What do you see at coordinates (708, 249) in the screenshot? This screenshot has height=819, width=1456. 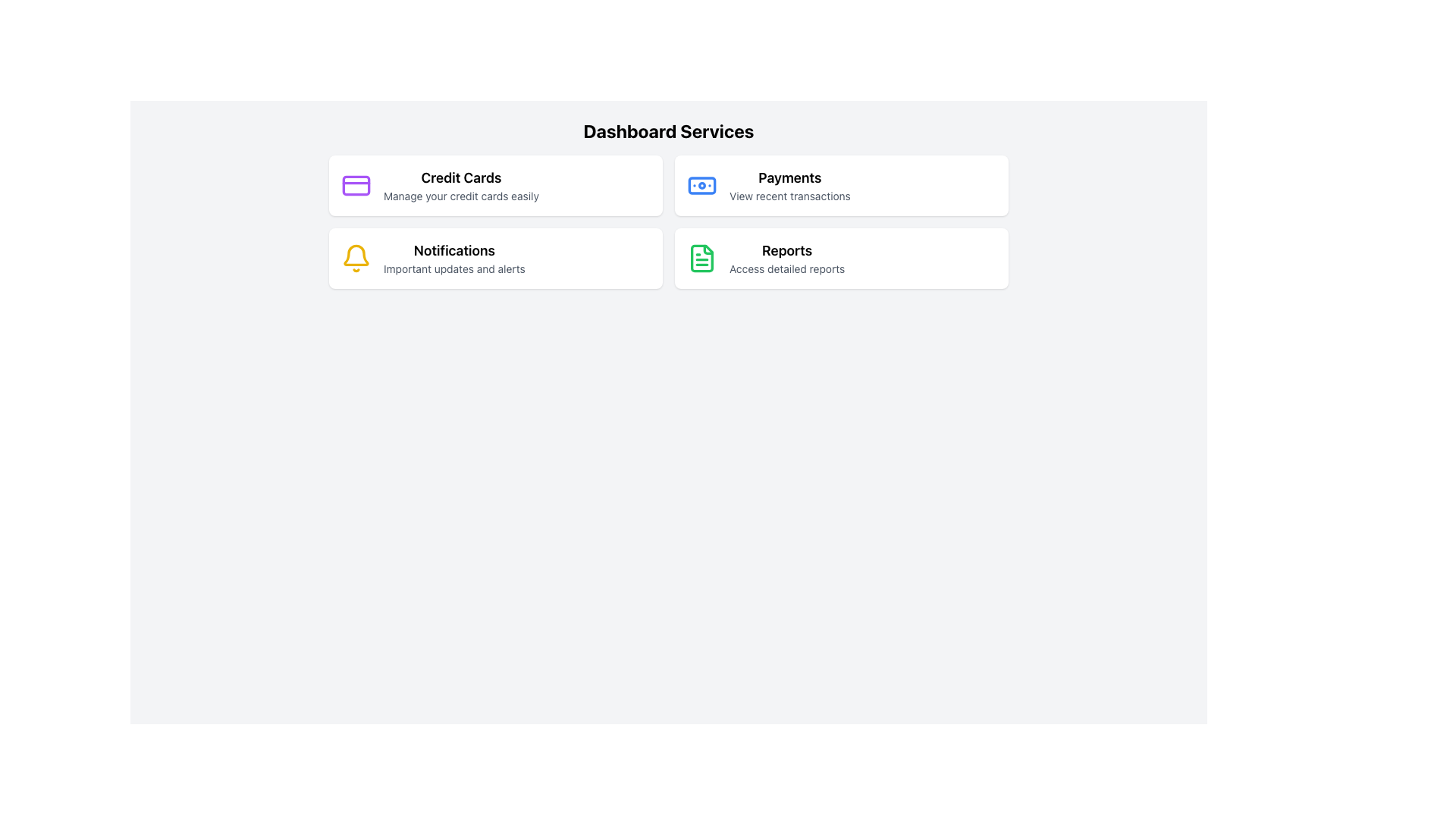 I see `the small graphical icon element resembling a file, located in the top-right segment of the Reports section's 2x2 grid layout` at bounding box center [708, 249].